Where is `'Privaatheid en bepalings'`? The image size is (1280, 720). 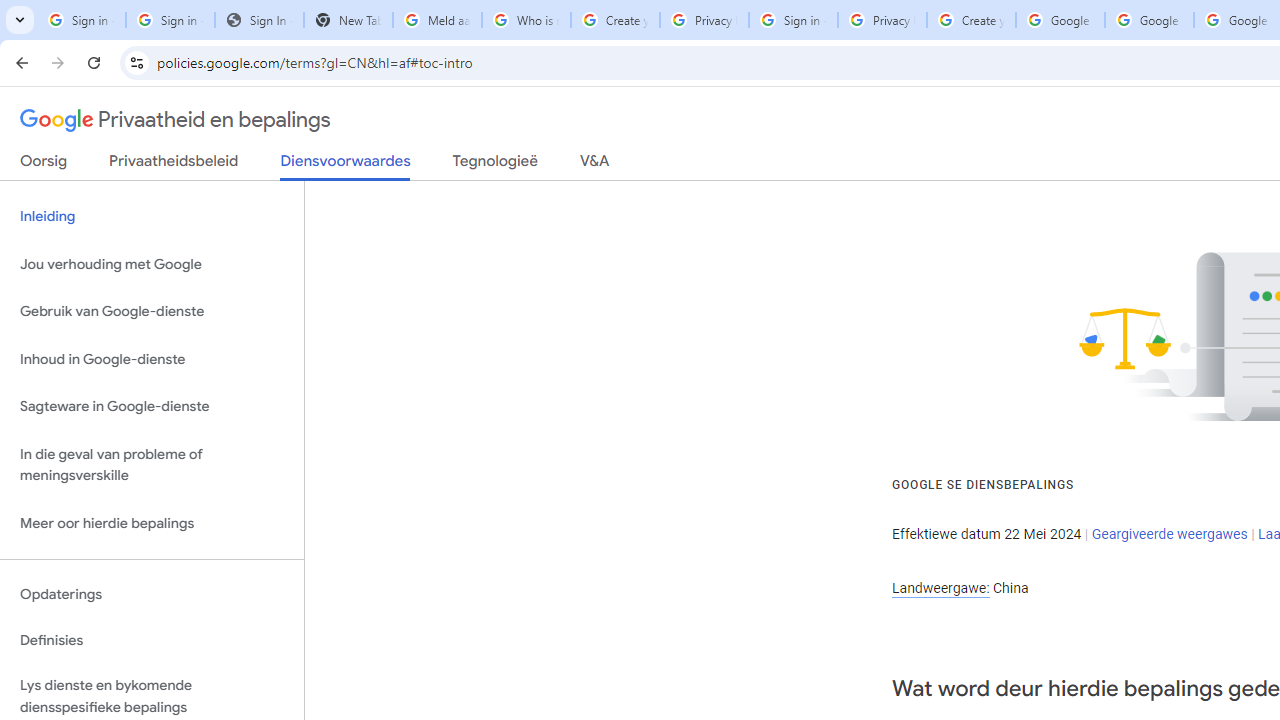
'Privaatheid en bepalings' is located at coordinates (176, 120).